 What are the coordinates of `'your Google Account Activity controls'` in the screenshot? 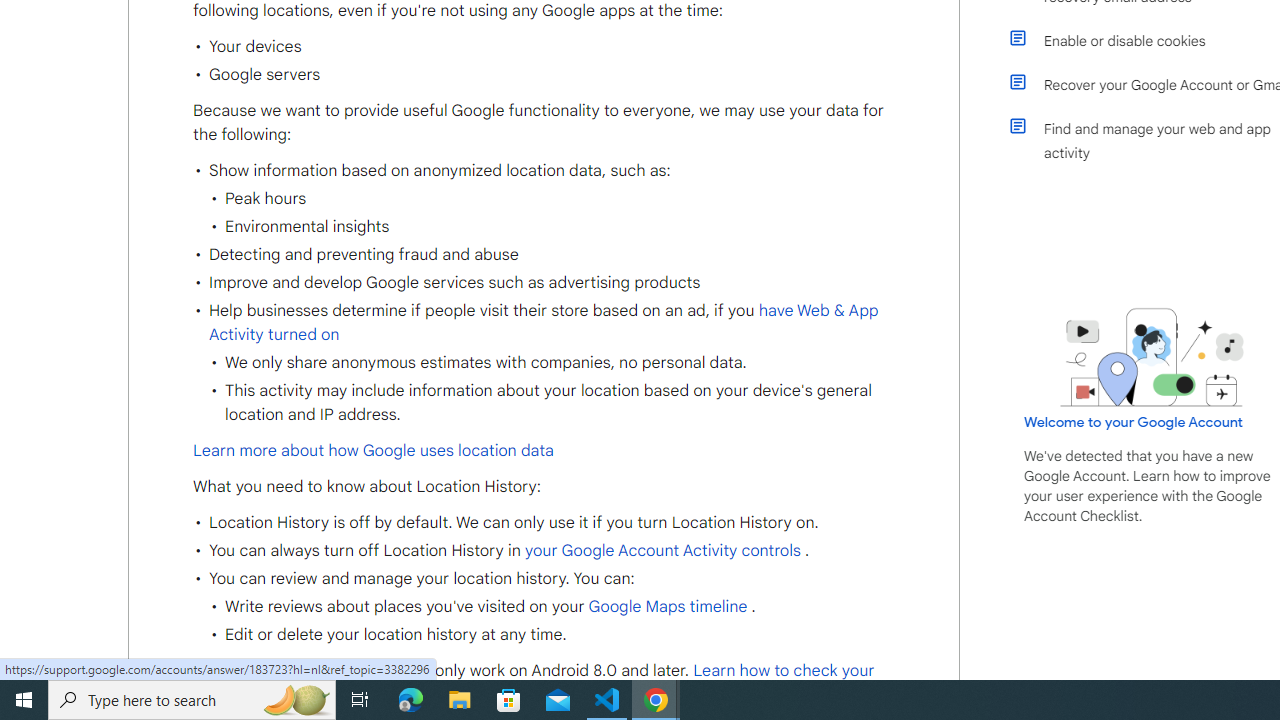 It's located at (662, 550).